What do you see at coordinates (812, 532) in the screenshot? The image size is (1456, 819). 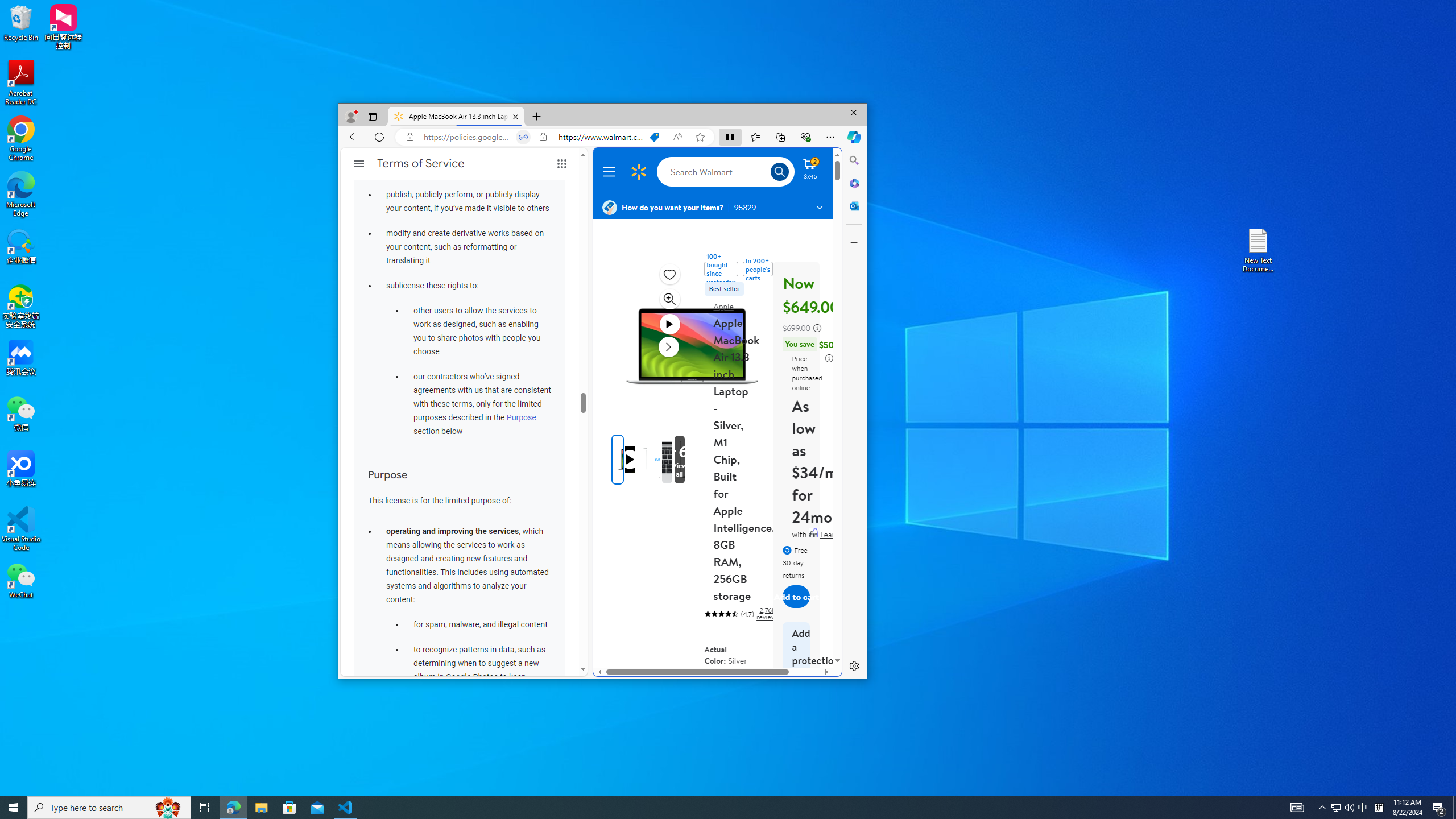 I see `'Affirm'` at bounding box center [812, 532].